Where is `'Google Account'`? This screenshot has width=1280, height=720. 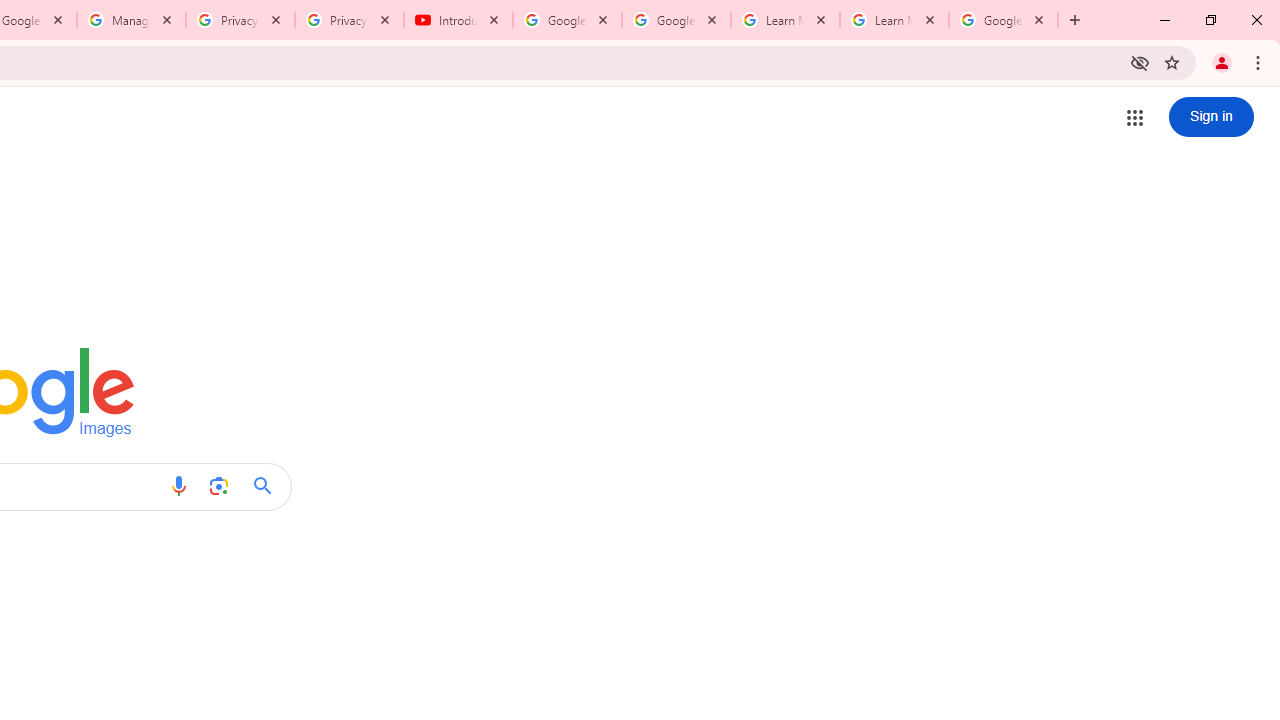 'Google Account' is located at coordinates (1003, 20).